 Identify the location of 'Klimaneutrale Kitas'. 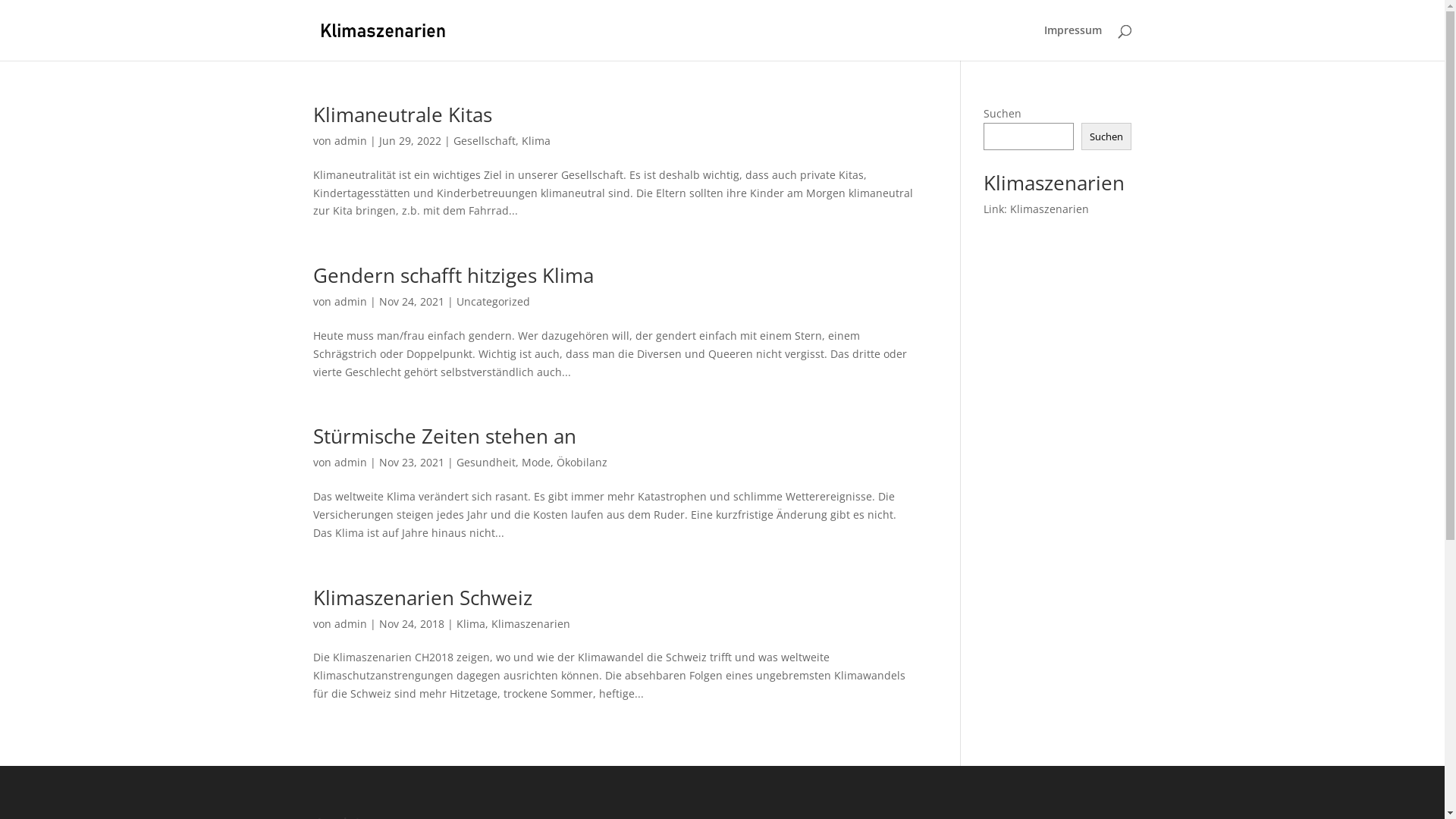
(401, 113).